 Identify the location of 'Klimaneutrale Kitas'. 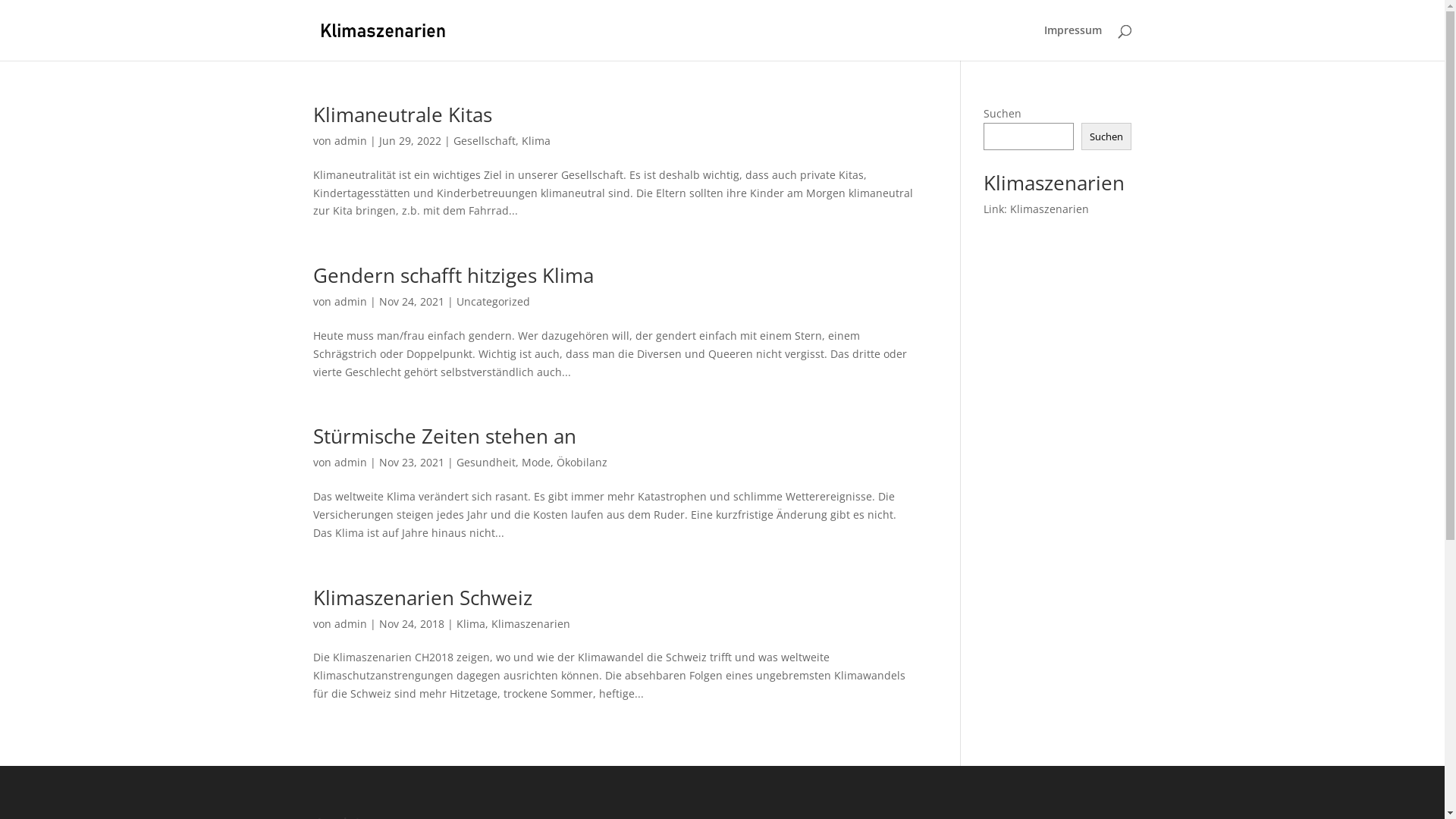
(401, 113).